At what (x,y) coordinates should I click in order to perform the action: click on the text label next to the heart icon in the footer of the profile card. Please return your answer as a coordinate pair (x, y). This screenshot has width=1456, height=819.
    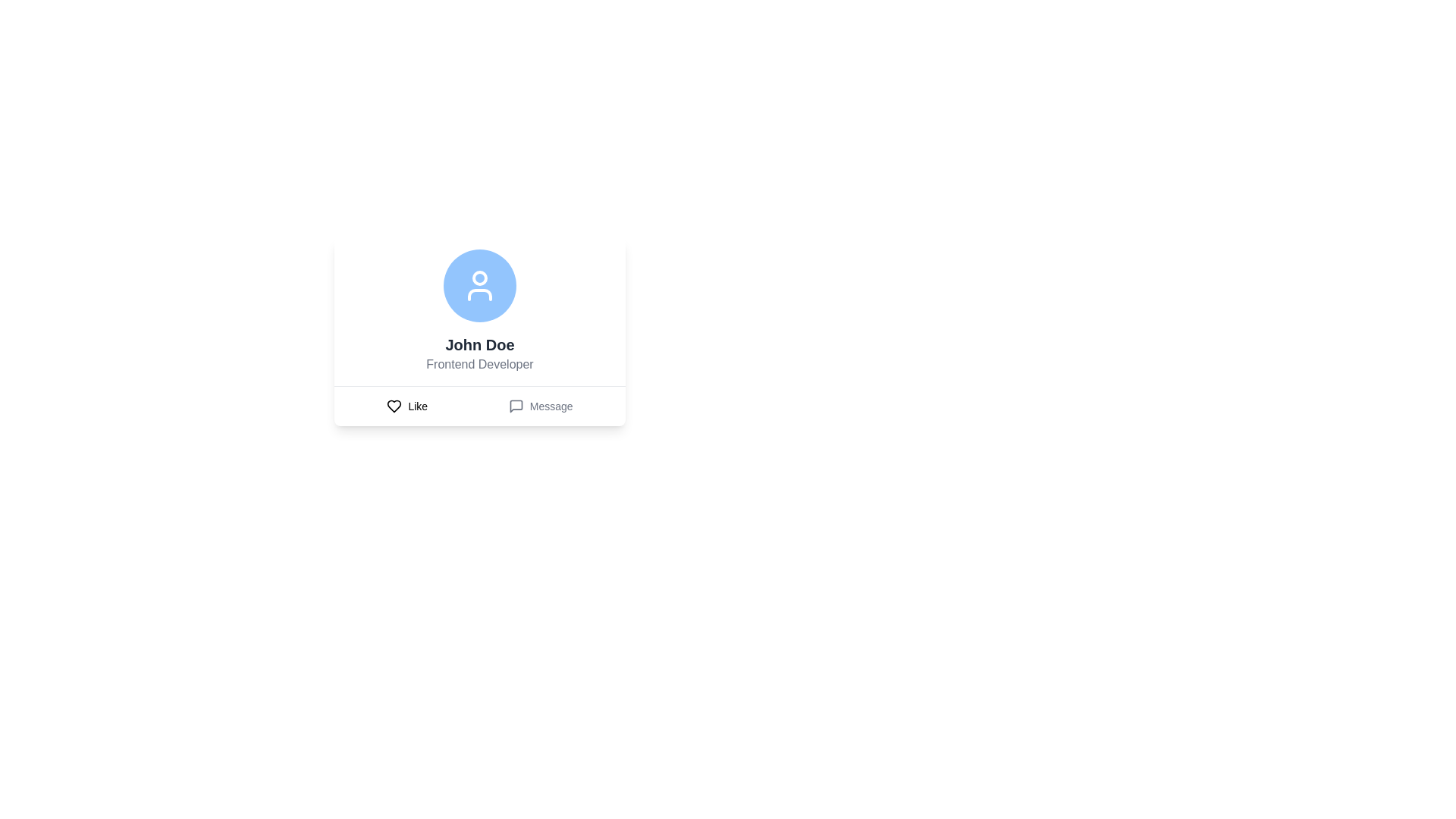
    Looking at the image, I should click on (418, 406).